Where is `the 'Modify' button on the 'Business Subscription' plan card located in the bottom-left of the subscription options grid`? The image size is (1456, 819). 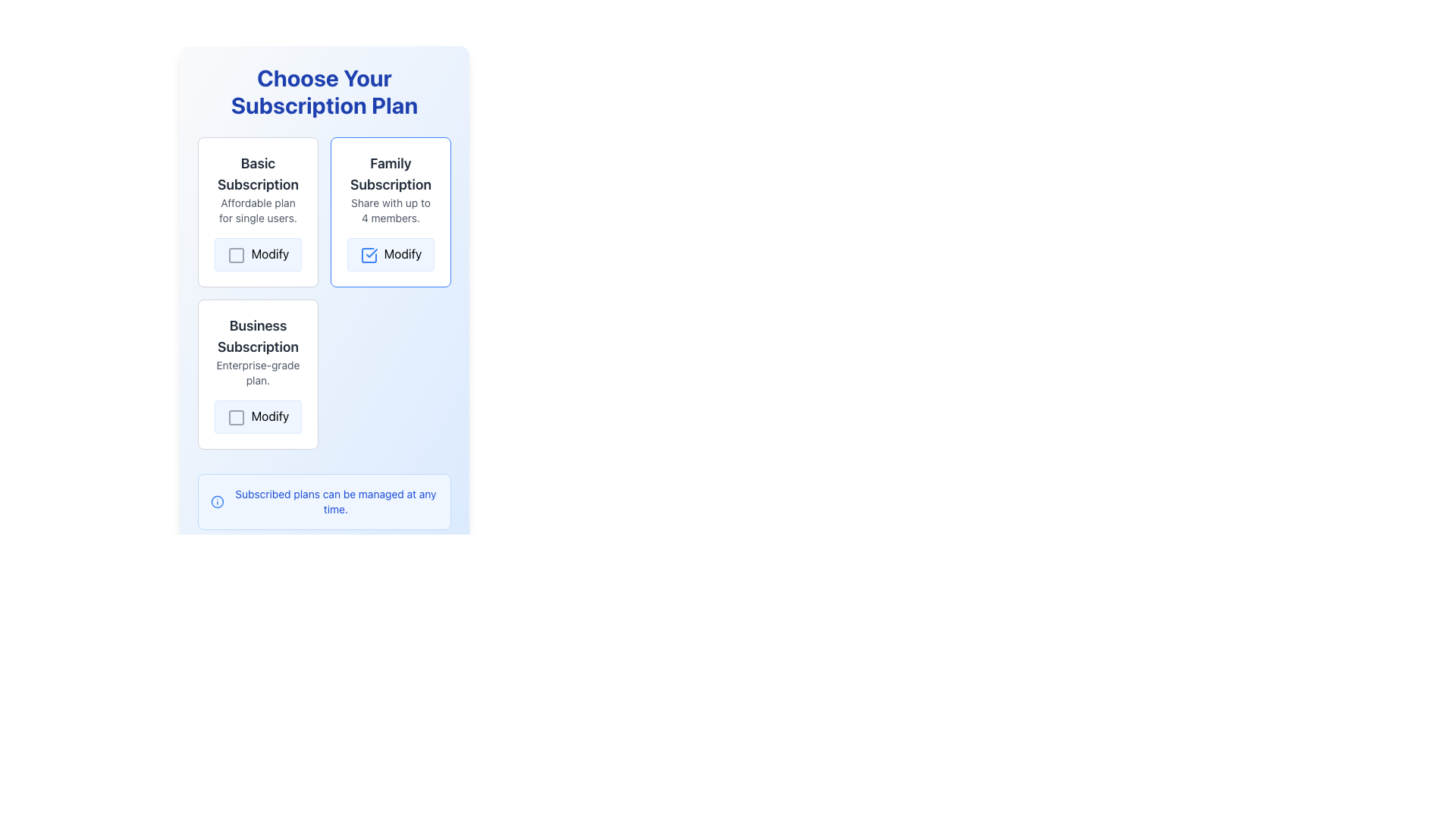
the 'Modify' button on the 'Business Subscription' plan card located in the bottom-left of the subscription options grid is located at coordinates (258, 374).